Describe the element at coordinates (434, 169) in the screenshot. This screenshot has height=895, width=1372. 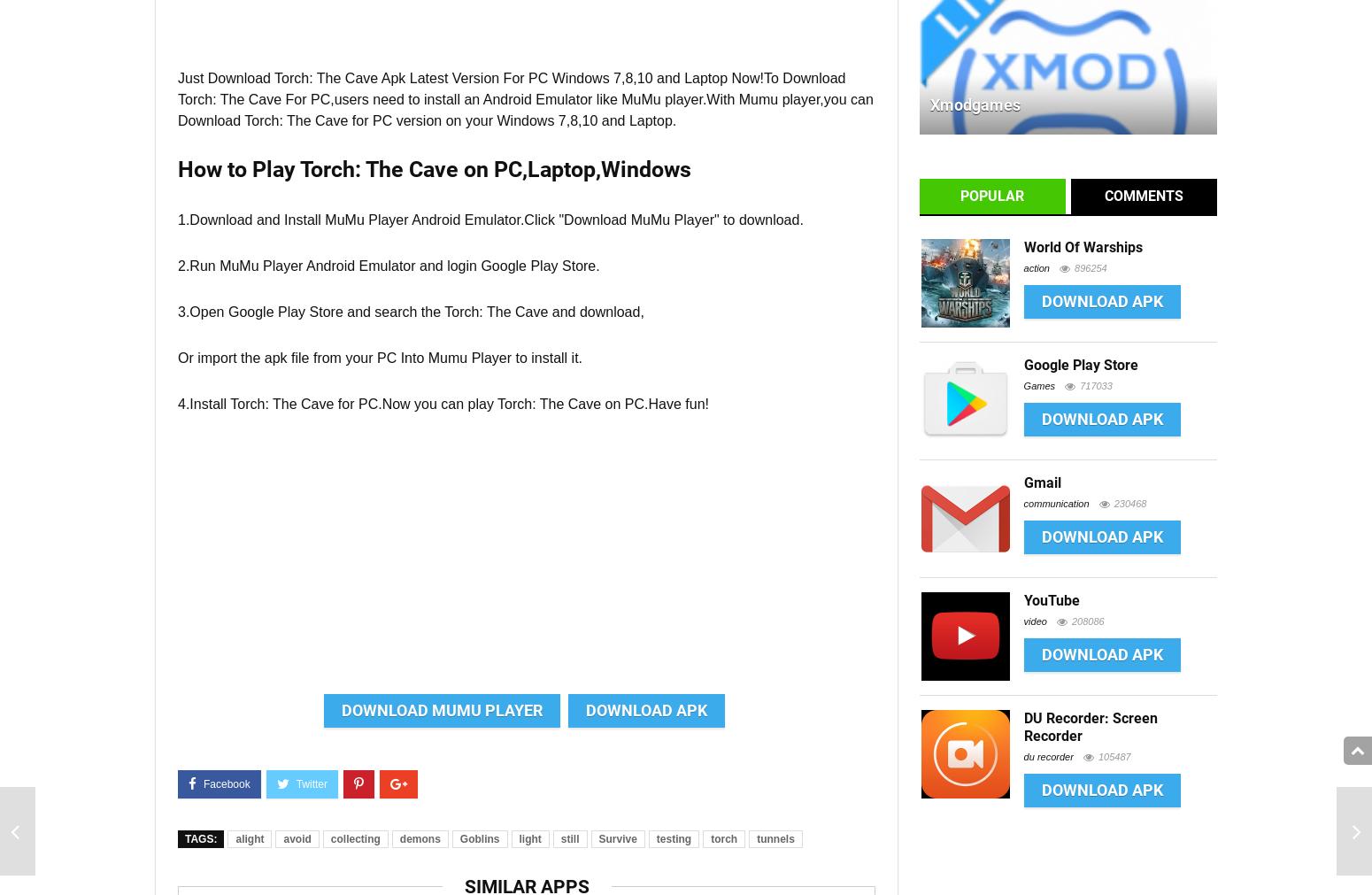
I see `'How to Play Torch: The Cave on PC,Laptop,Windows'` at that location.